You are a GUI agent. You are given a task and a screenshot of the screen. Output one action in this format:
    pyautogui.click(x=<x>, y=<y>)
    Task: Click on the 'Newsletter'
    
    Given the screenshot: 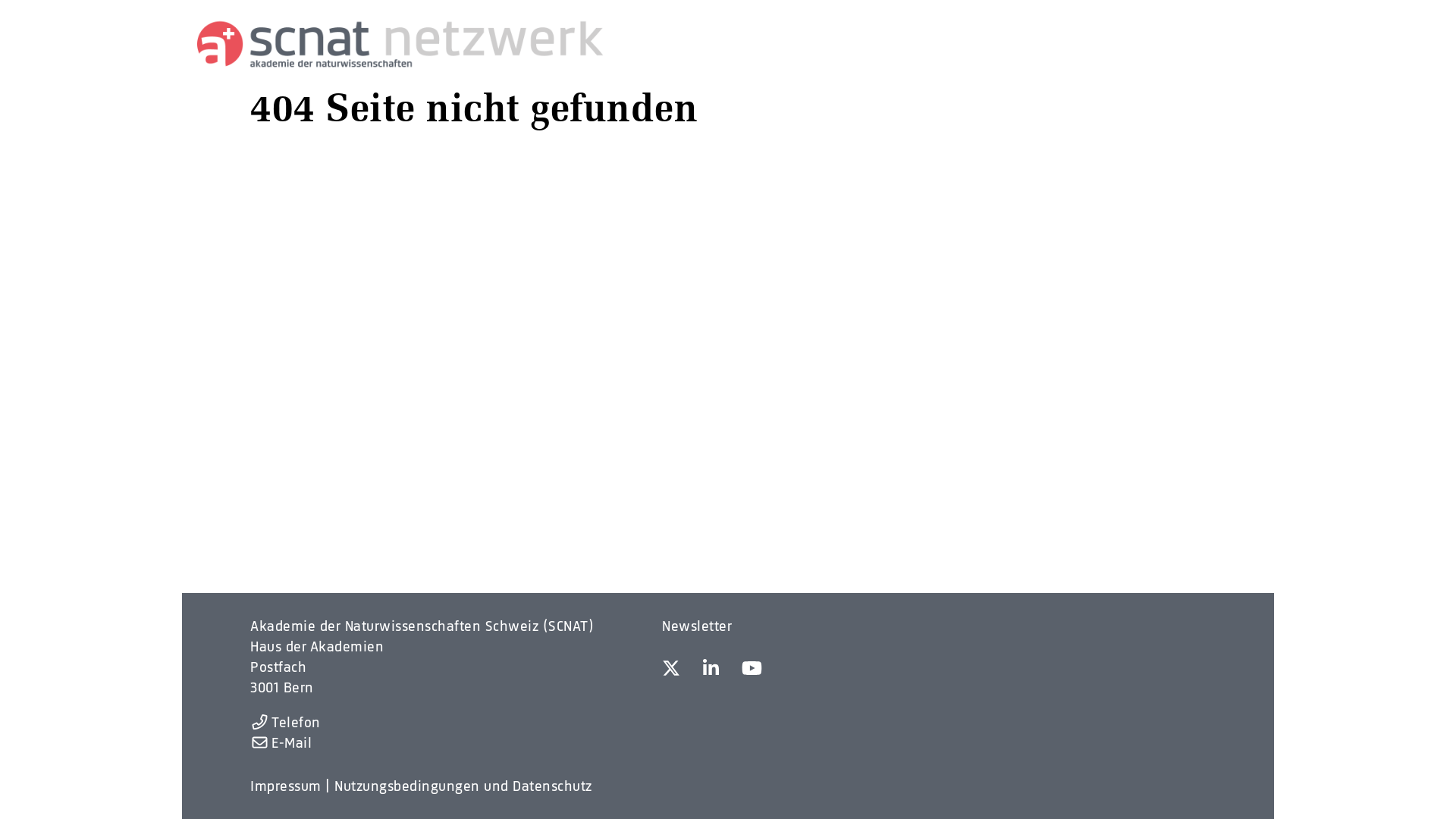 What is the action you would take?
    pyautogui.click(x=695, y=626)
    